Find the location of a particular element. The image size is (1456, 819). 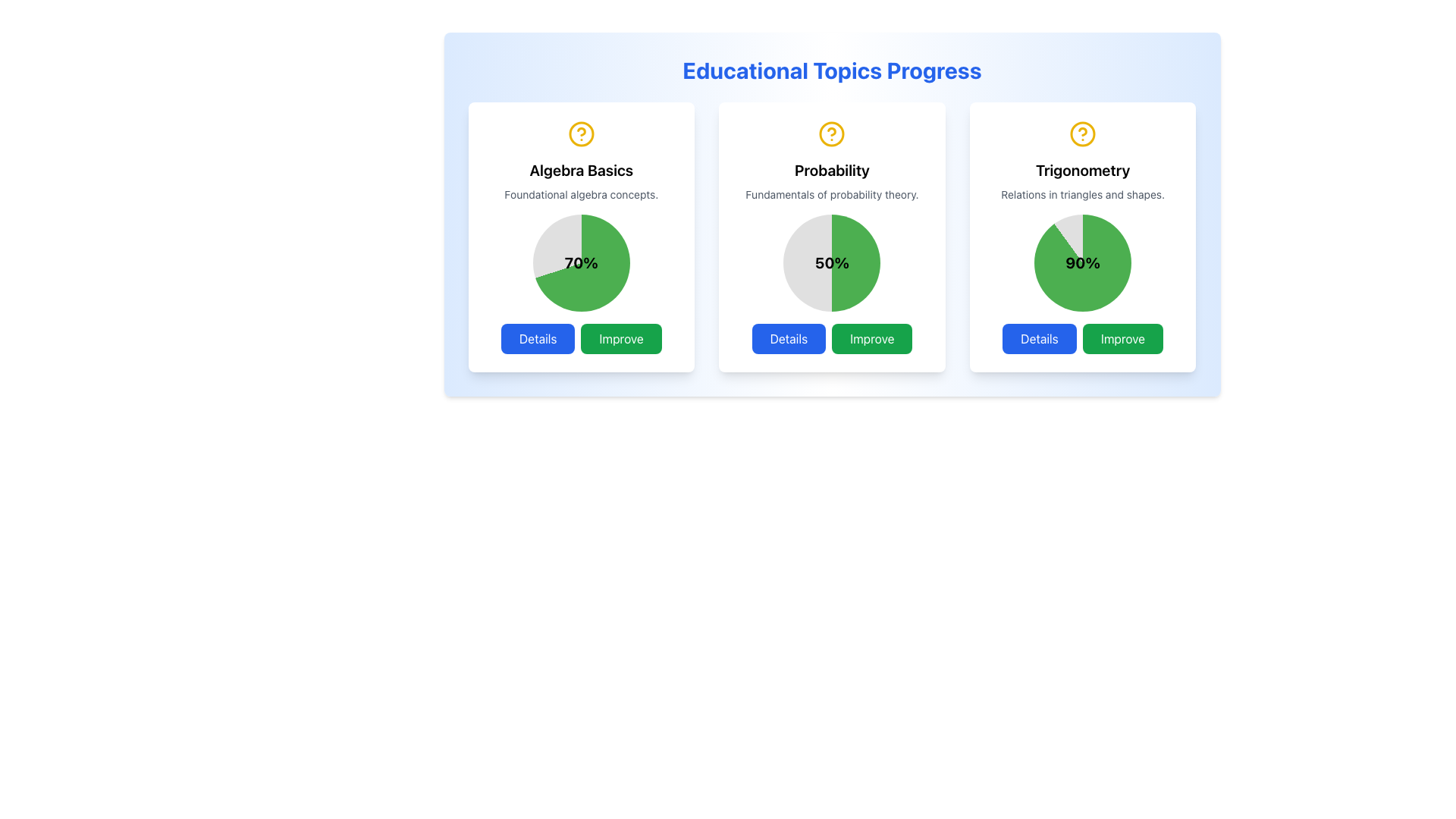

the percentage displayed on the Circular Progress Indicator located within the 'Probability' card, positioned beneath the title text and above the action buttons is located at coordinates (831, 262).